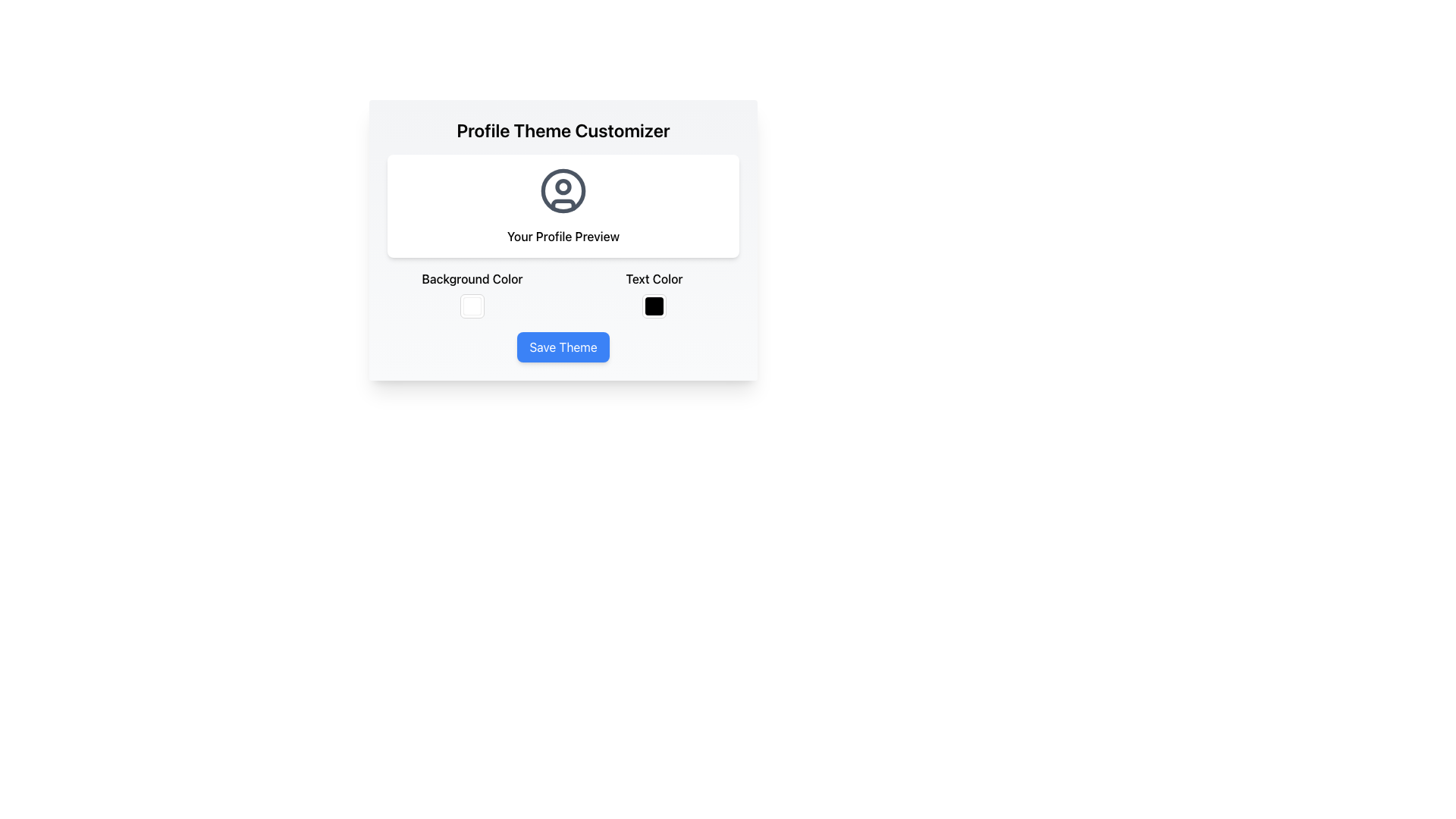 This screenshot has height=819, width=1456. What do you see at coordinates (654, 295) in the screenshot?
I see `the color preview block indicating the selected 'Text Color'` at bounding box center [654, 295].